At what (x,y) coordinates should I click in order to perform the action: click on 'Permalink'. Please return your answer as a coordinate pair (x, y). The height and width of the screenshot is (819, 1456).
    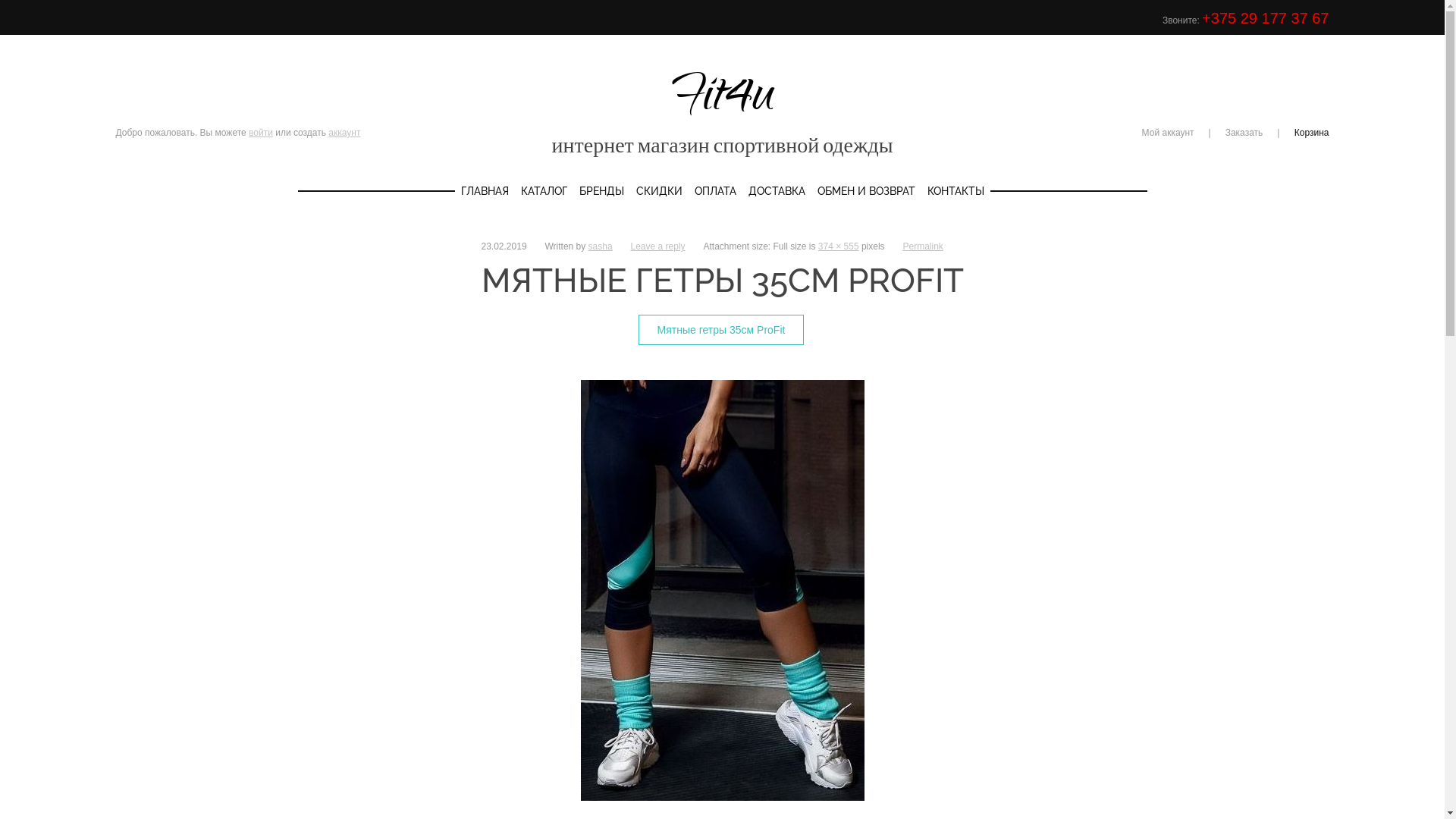
    Looking at the image, I should click on (921, 245).